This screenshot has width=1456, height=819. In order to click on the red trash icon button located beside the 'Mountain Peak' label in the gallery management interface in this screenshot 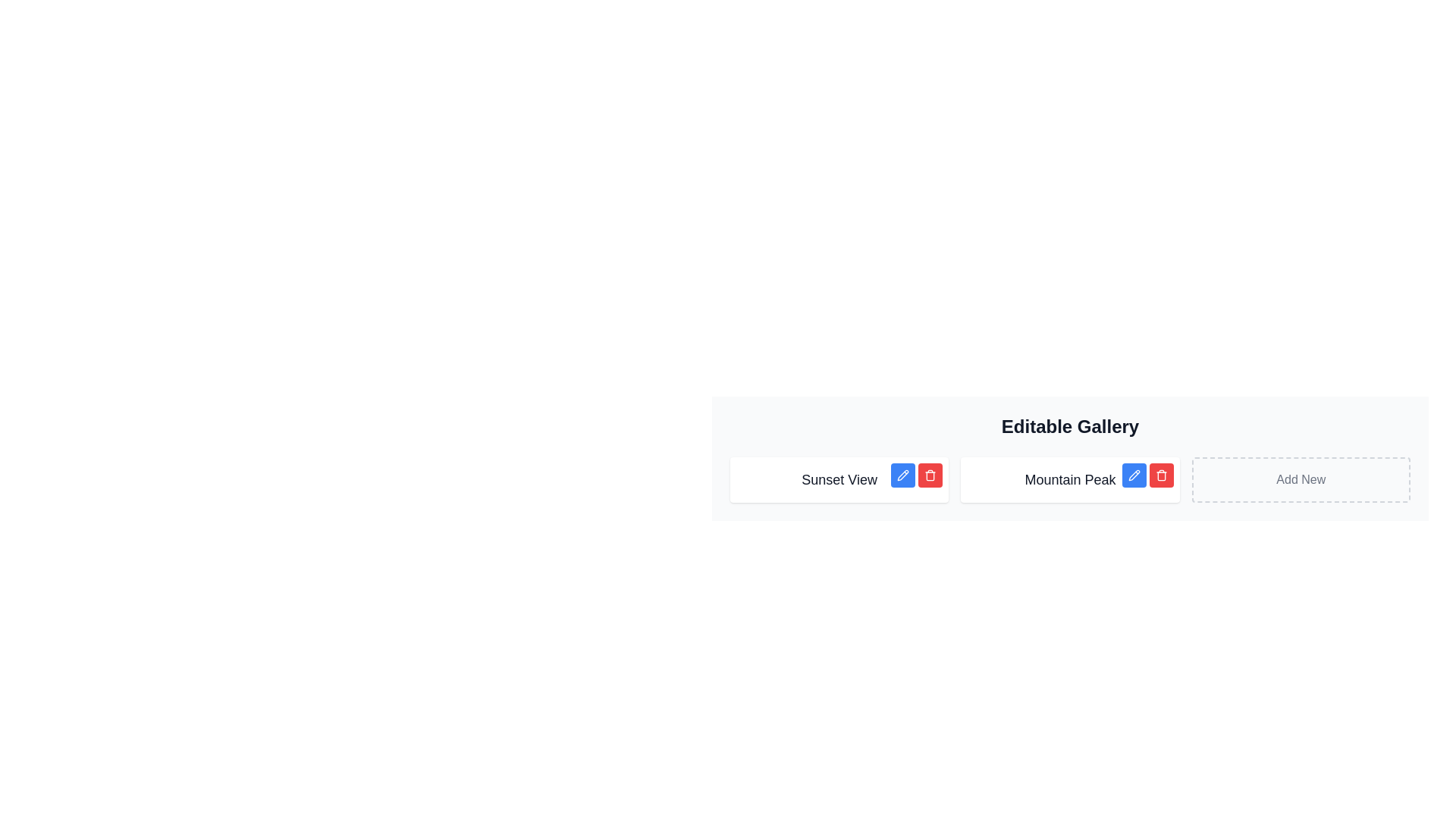, I will do `click(1160, 475)`.